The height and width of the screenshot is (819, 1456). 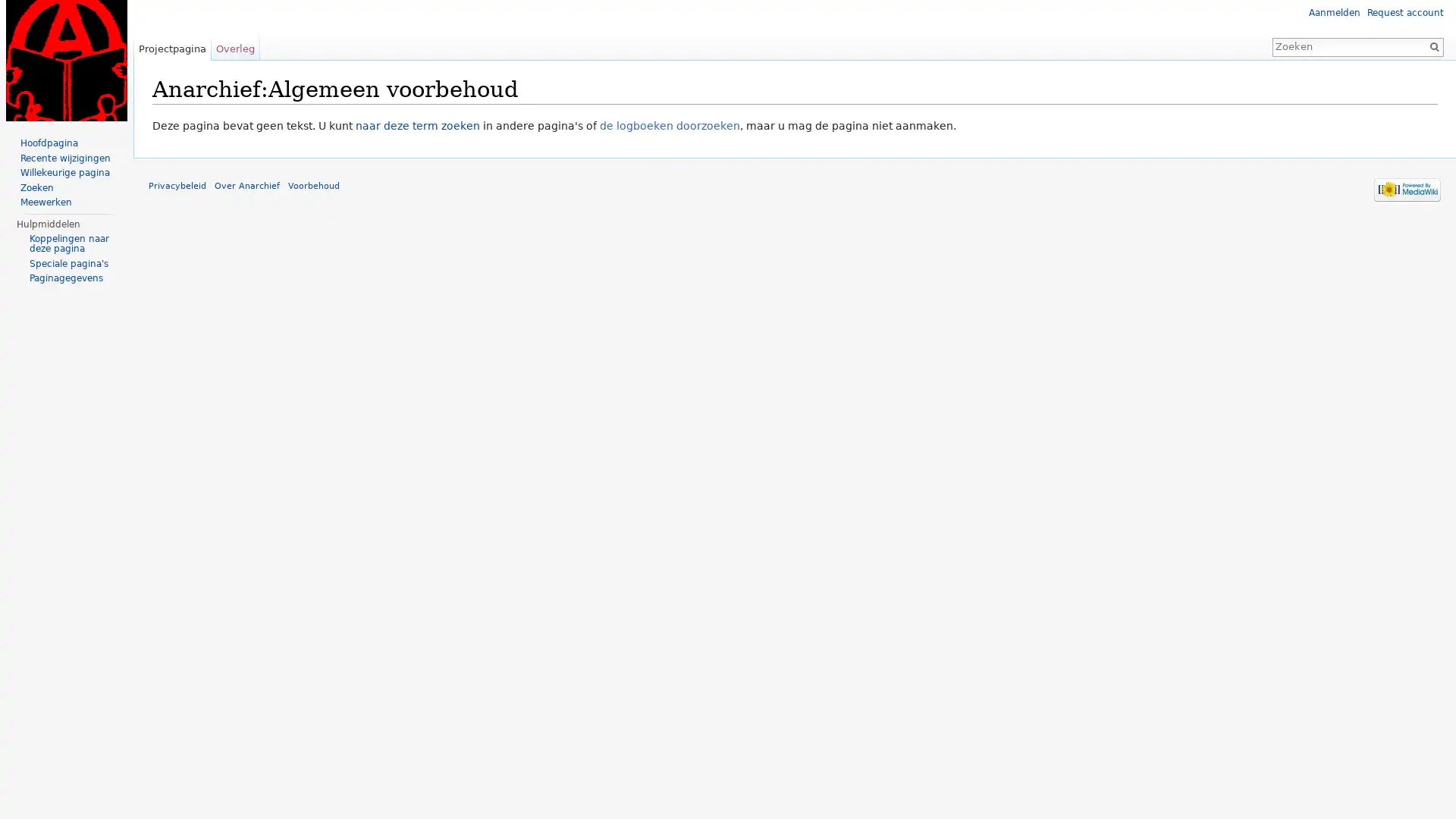 I want to click on OK, so click(x=1433, y=45).